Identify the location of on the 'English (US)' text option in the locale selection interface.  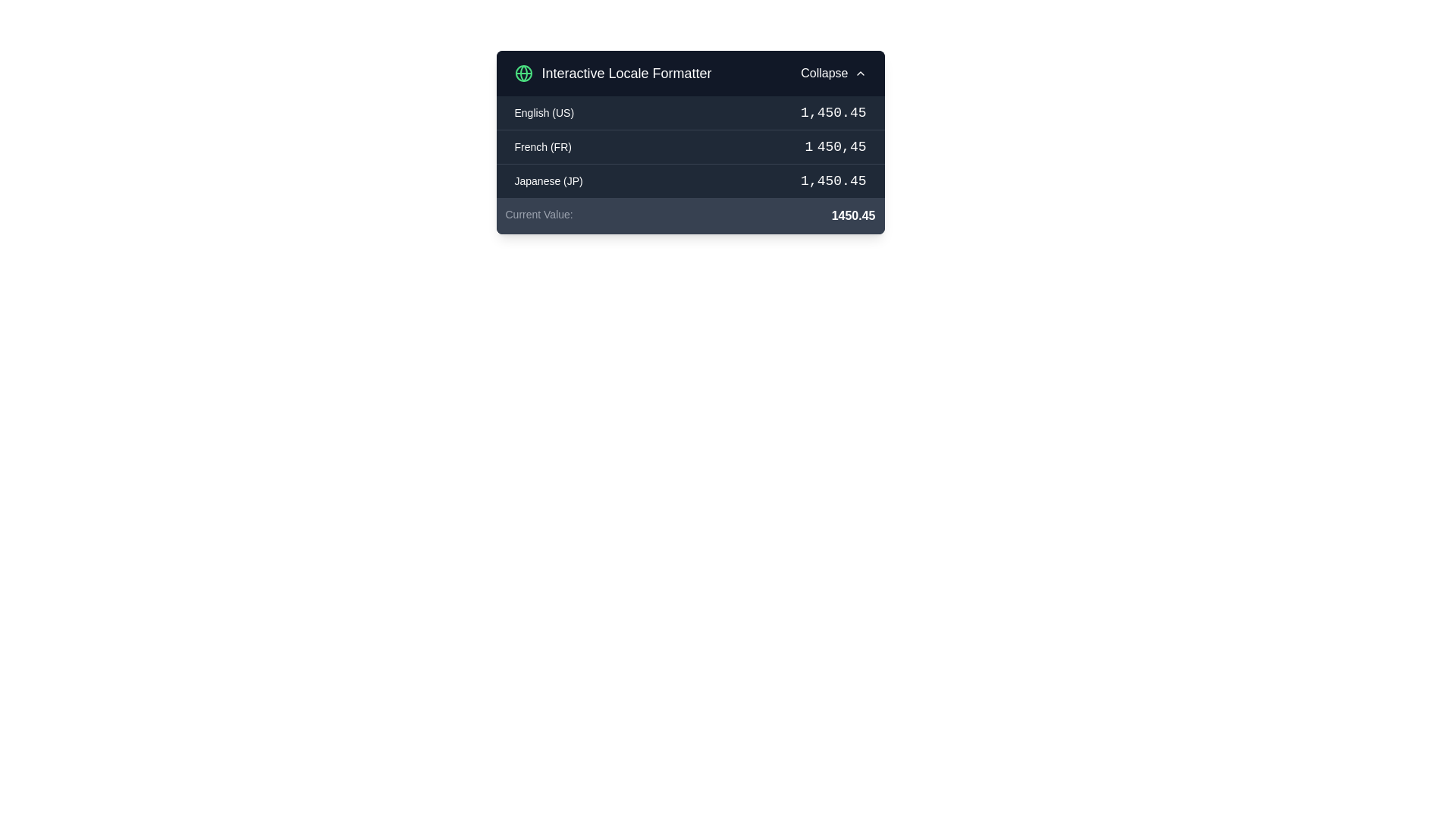
(544, 112).